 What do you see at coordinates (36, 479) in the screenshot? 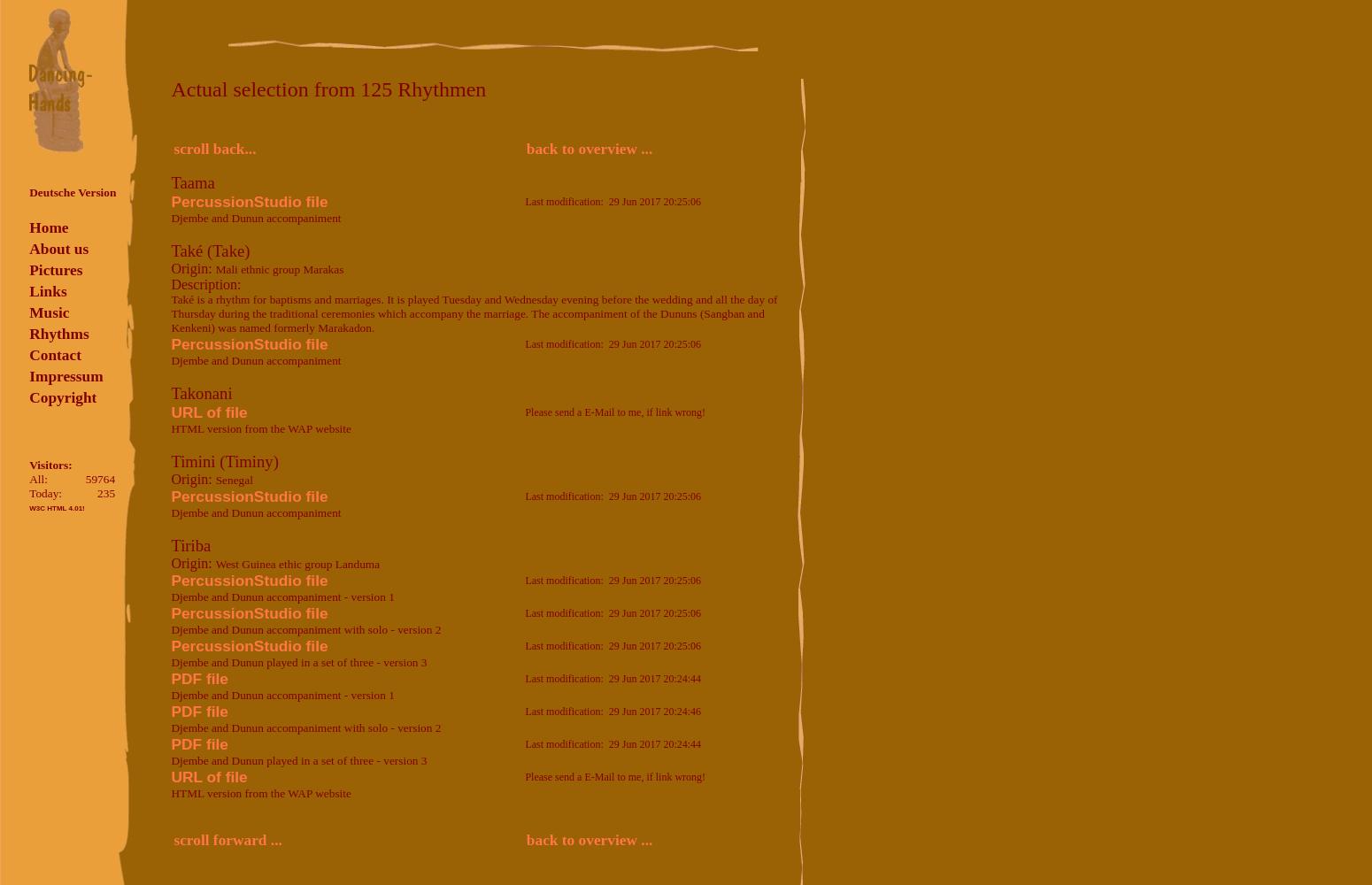
I see `'All:'` at bounding box center [36, 479].